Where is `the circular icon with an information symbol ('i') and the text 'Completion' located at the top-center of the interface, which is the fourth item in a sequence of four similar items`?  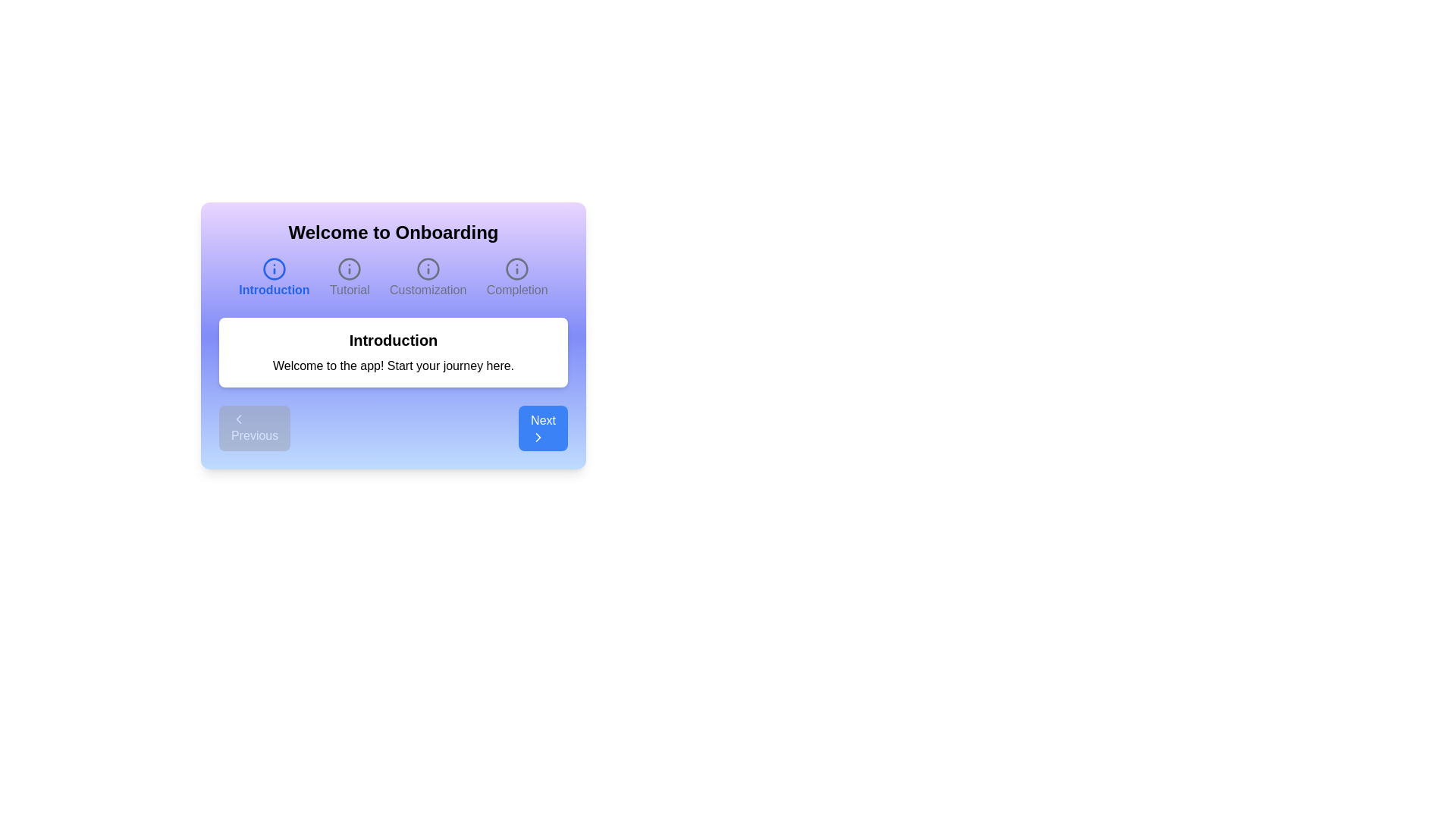
the circular icon with an information symbol ('i') and the text 'Completion' located at the top-center of the interface, which is the fourth item in a sequence of four similar items is located at coordinates (517, 278).